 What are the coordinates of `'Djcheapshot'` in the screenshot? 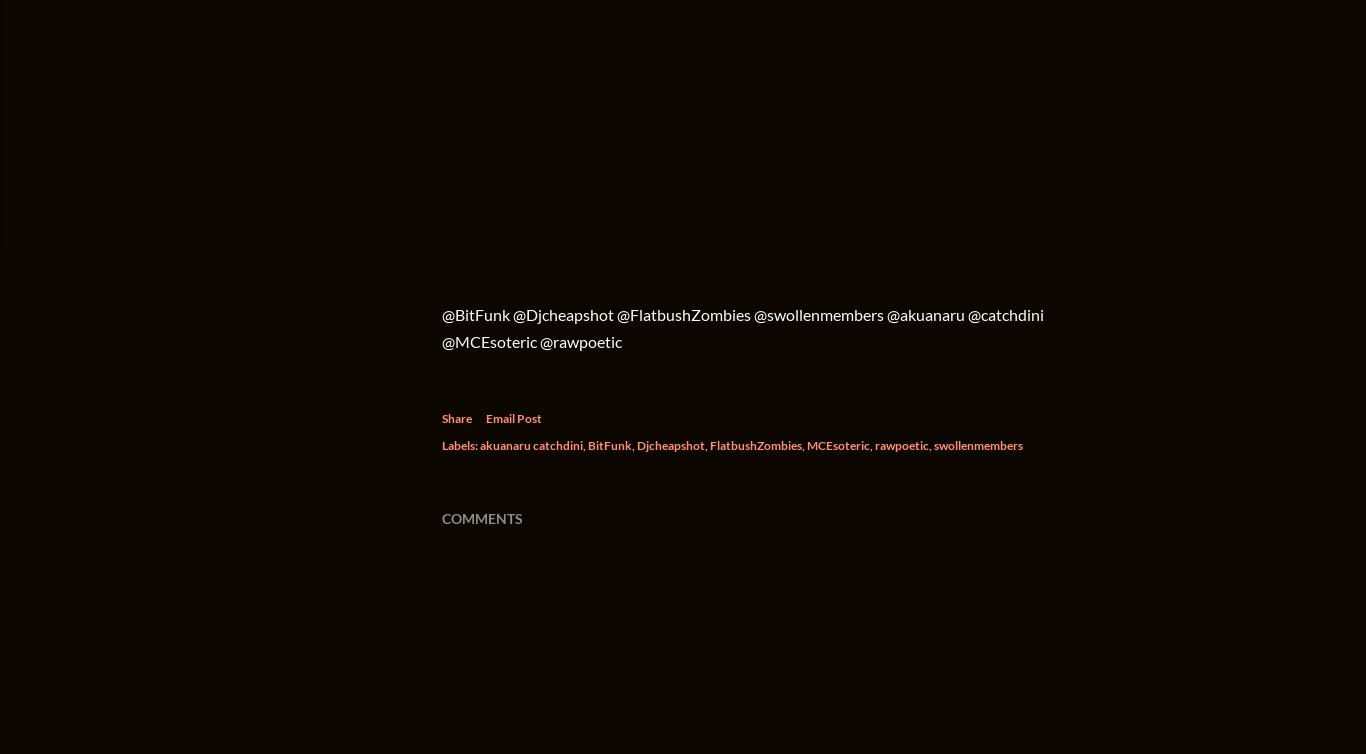 It's located at (635, 445).